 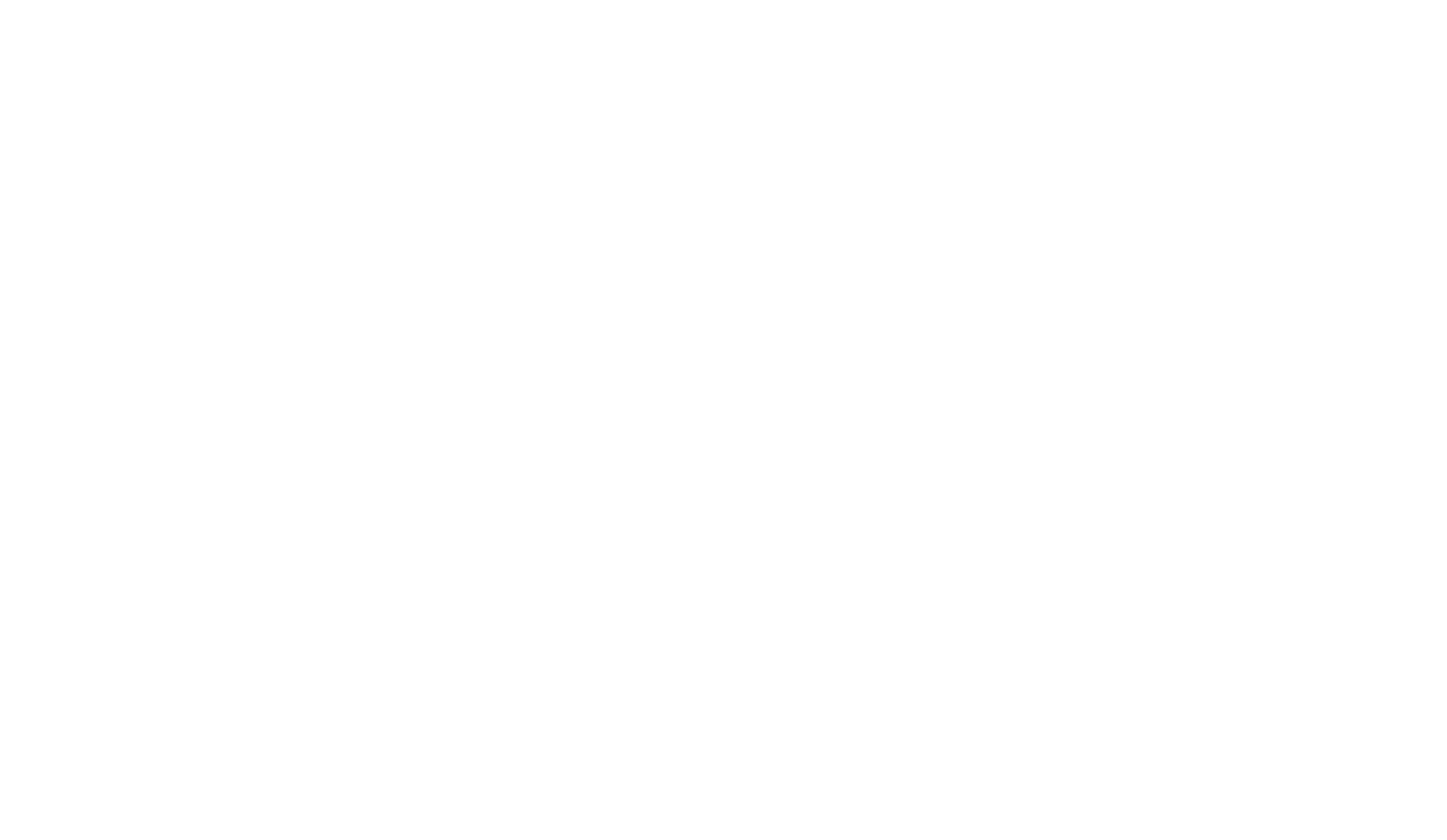 I want to click on 'Irlande', so click(x=723, y=526).